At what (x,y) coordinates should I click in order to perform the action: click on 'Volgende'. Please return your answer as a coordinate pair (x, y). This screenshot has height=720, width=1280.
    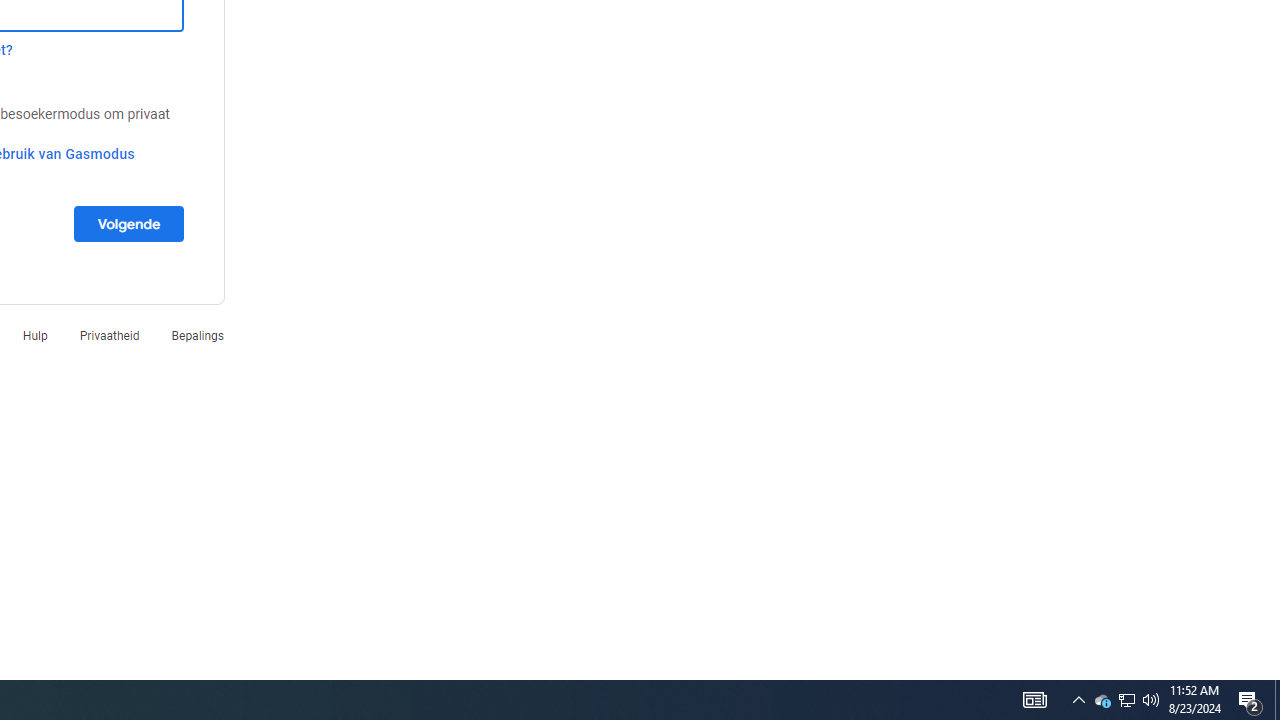
    Looking at the image, I should click on (127, 223).